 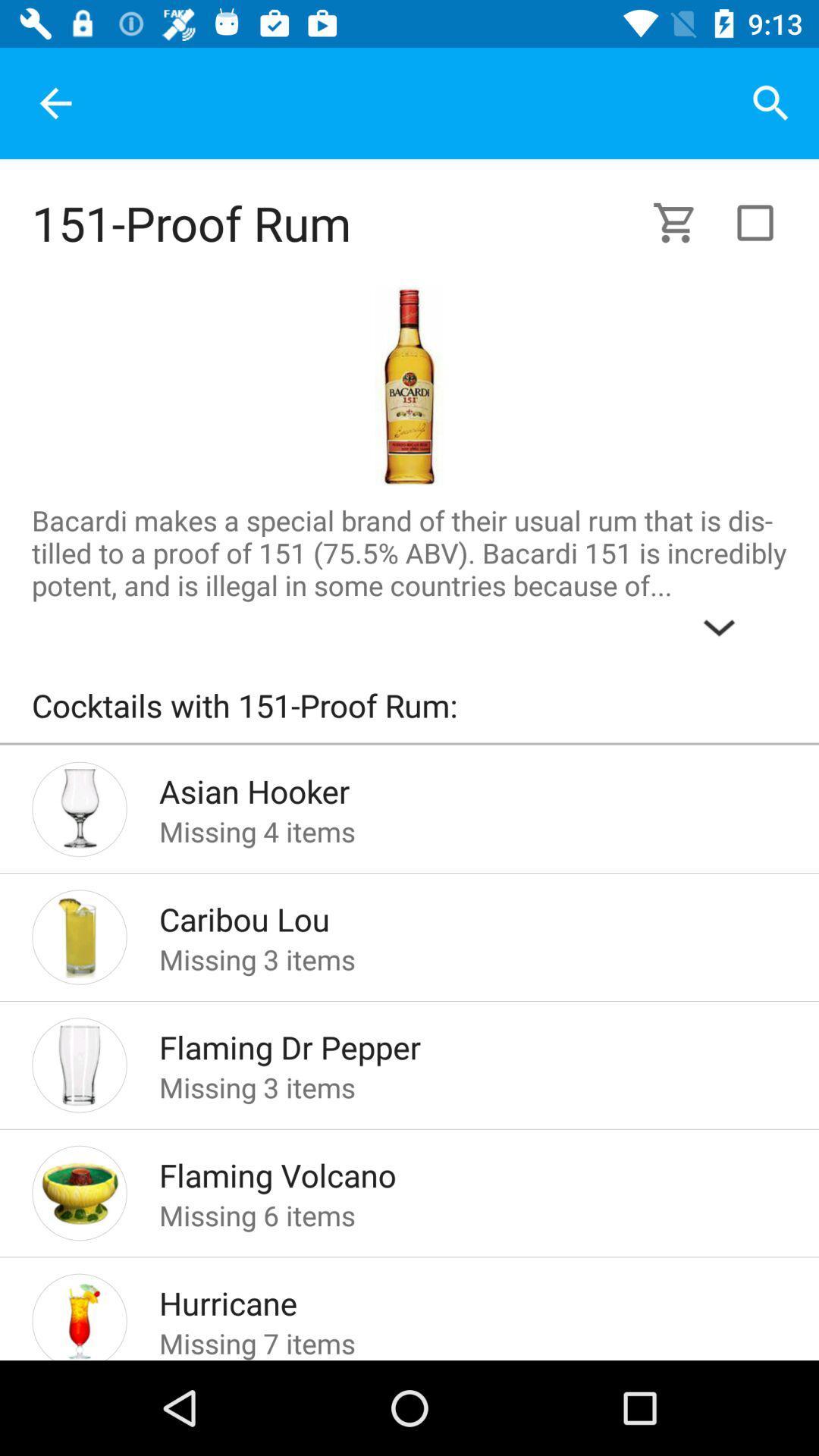 What do you see at coordinates (55, 102) in the screenshot?
I see `the item above 151-proof rum` at bounding box center [55, 102].